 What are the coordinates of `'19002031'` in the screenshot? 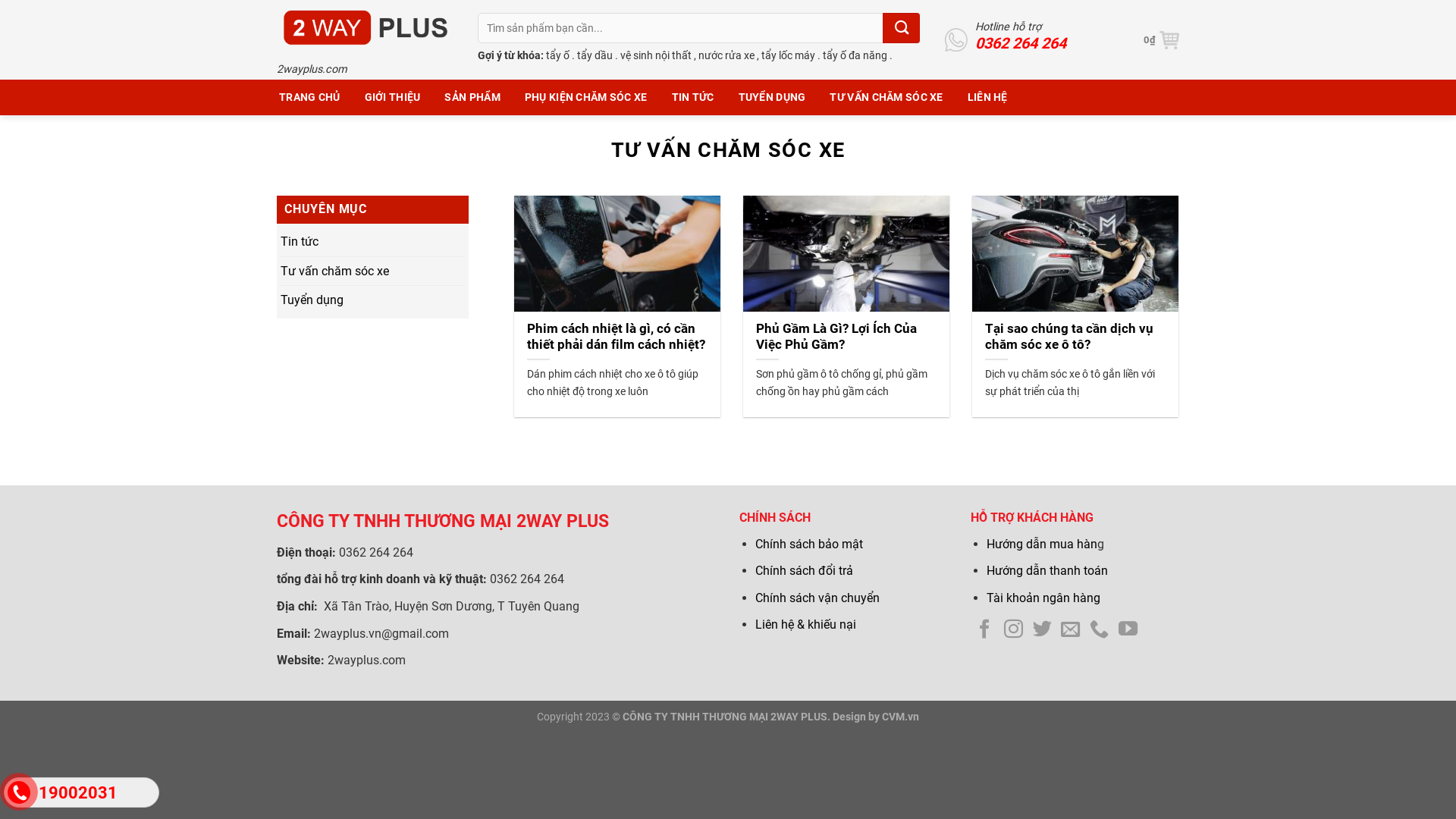 It's located at (3, 792).